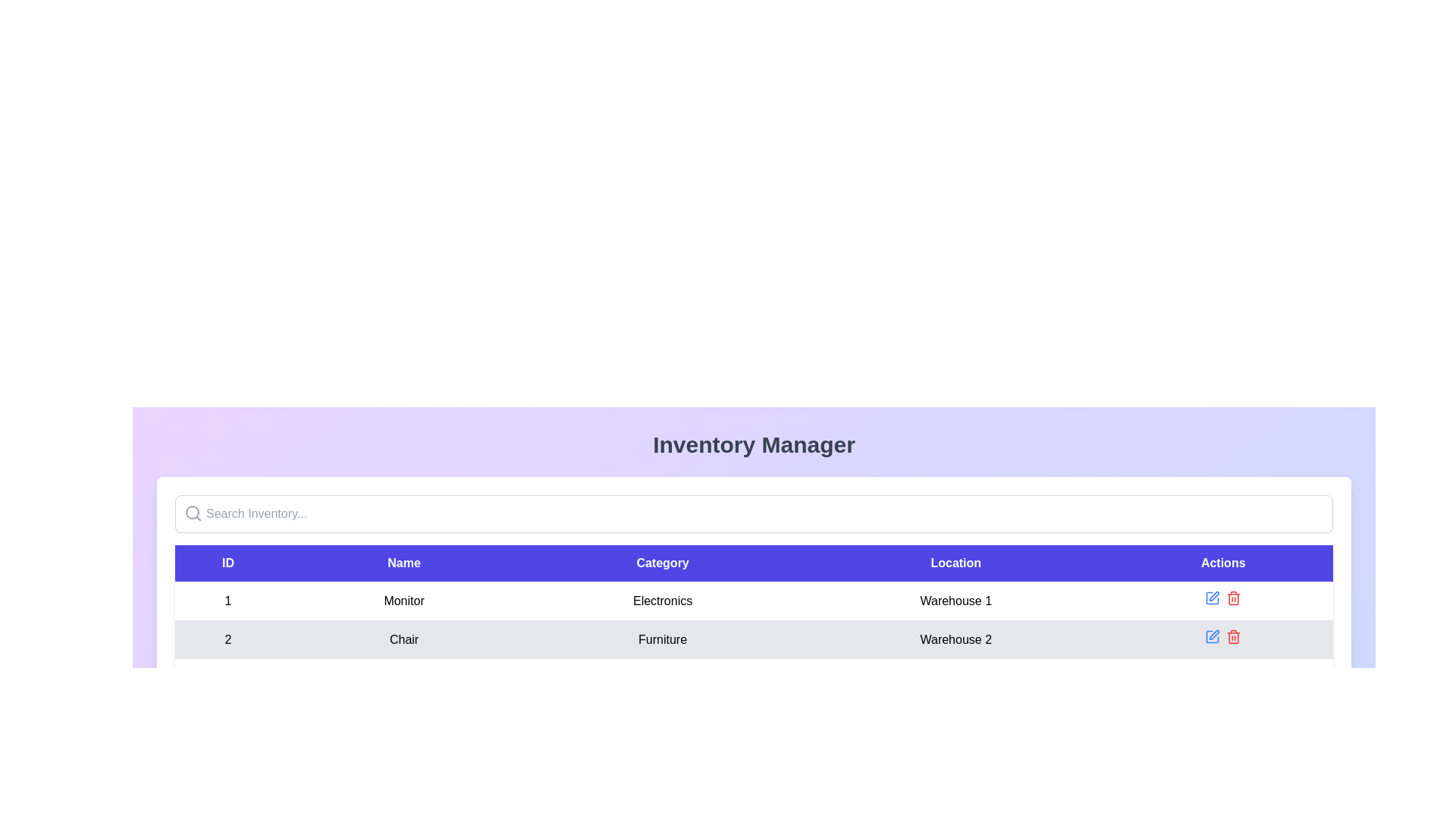 This screenshot has height=819, width=1456. I want to click on the editing icon in the 'Actions' column of the second row for the 'Chair' entry, so click(1214, 635).